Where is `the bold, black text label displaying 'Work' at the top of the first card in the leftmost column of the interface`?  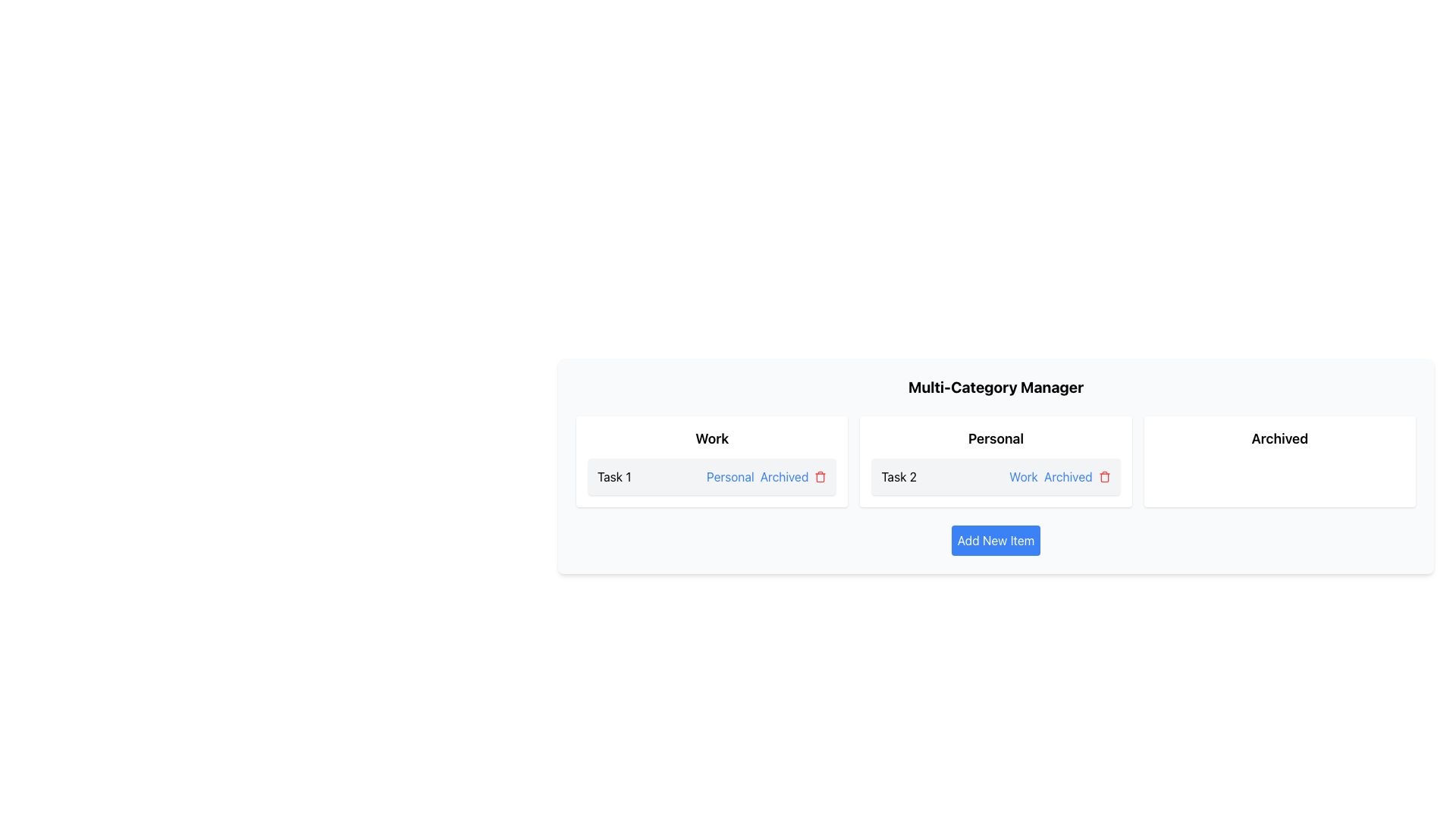 the bold, black text label displaying 'Work' at the top of the first card in the leftmost column of the interface is located at coordinates (711, 438).